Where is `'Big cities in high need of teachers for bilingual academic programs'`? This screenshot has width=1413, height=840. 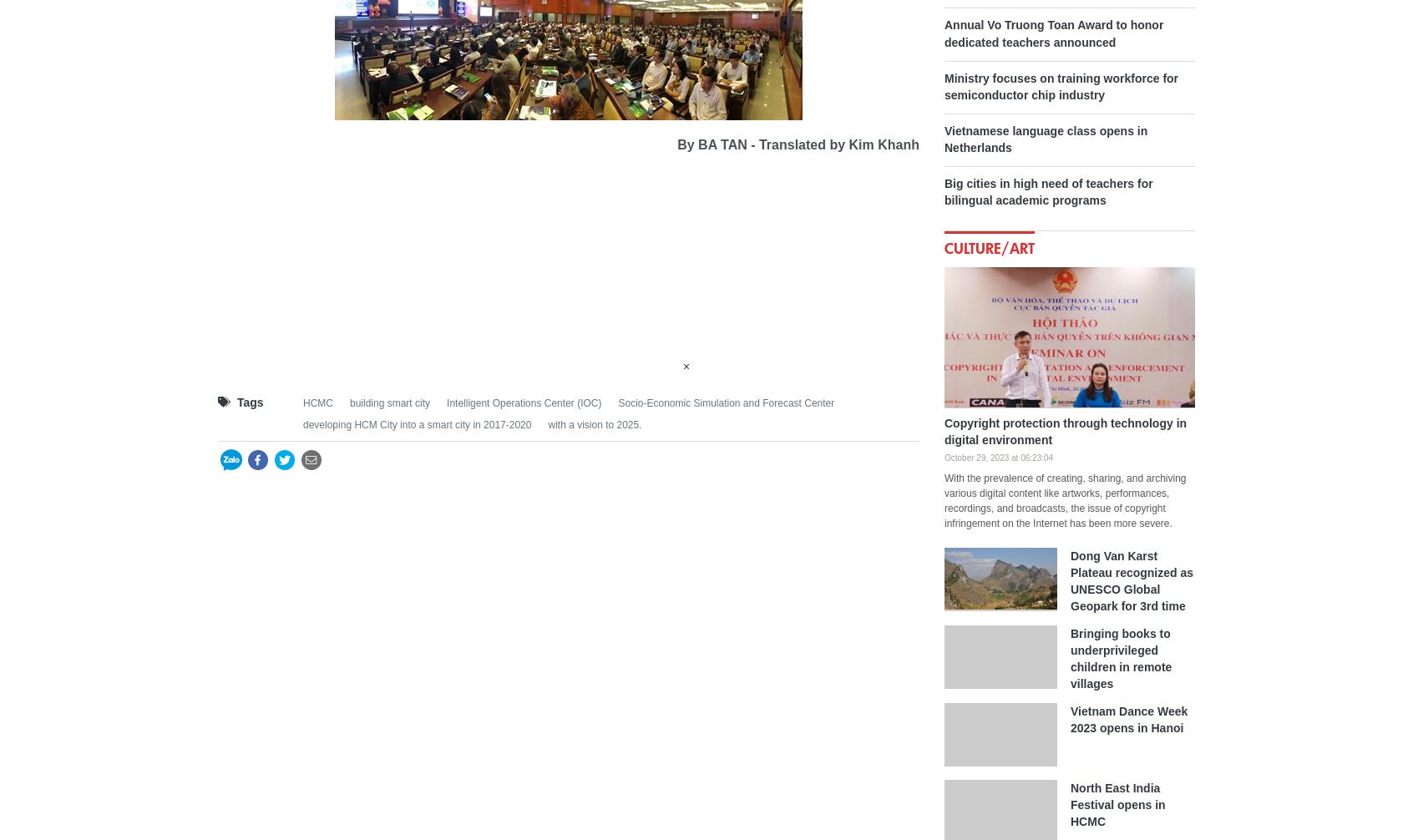
'Big cities in high need of teachers for bilingual academic programs' is located at coordinates (1048, 190).